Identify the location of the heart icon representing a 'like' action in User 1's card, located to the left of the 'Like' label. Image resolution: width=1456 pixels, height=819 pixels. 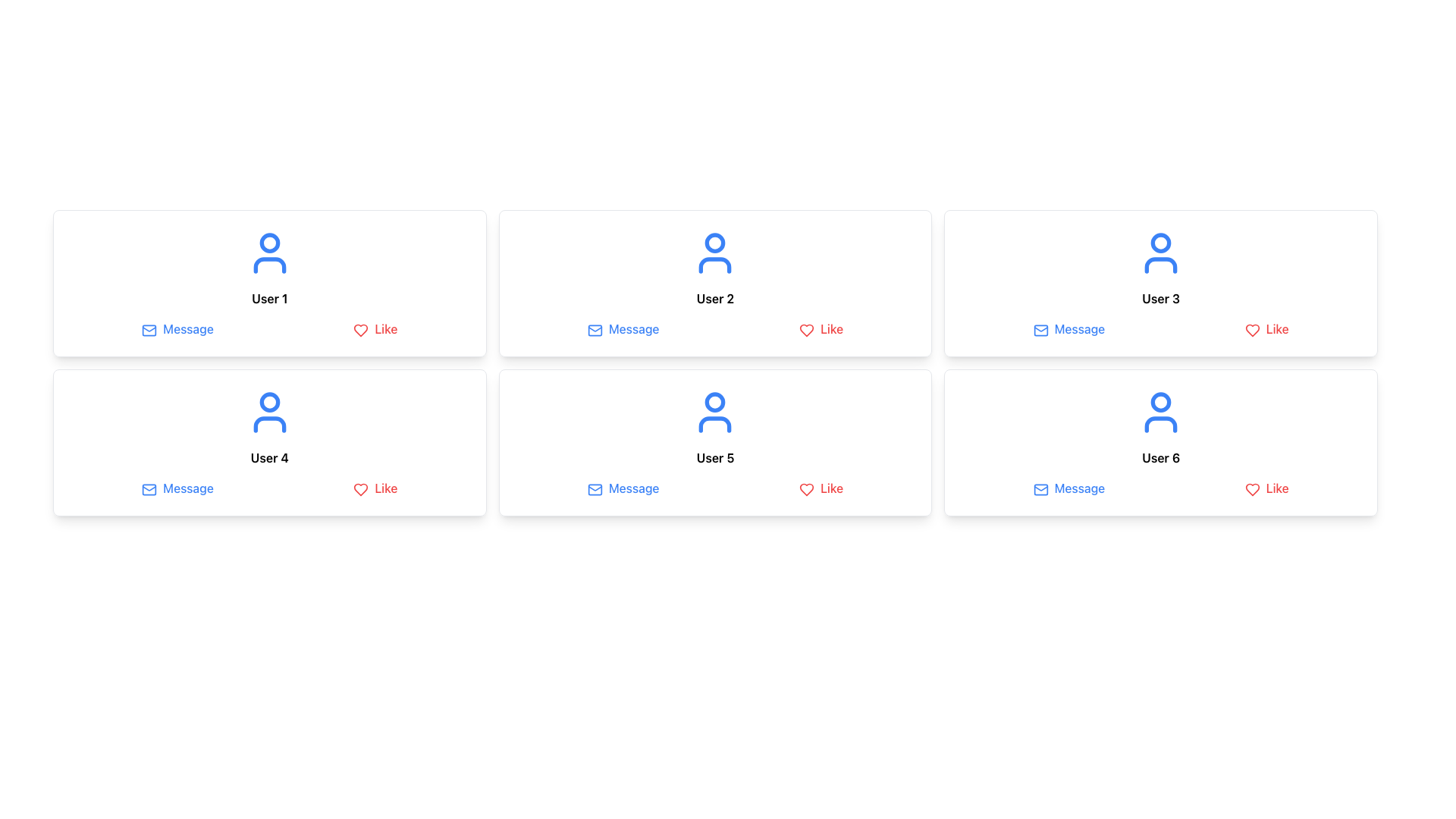
(360, 329).